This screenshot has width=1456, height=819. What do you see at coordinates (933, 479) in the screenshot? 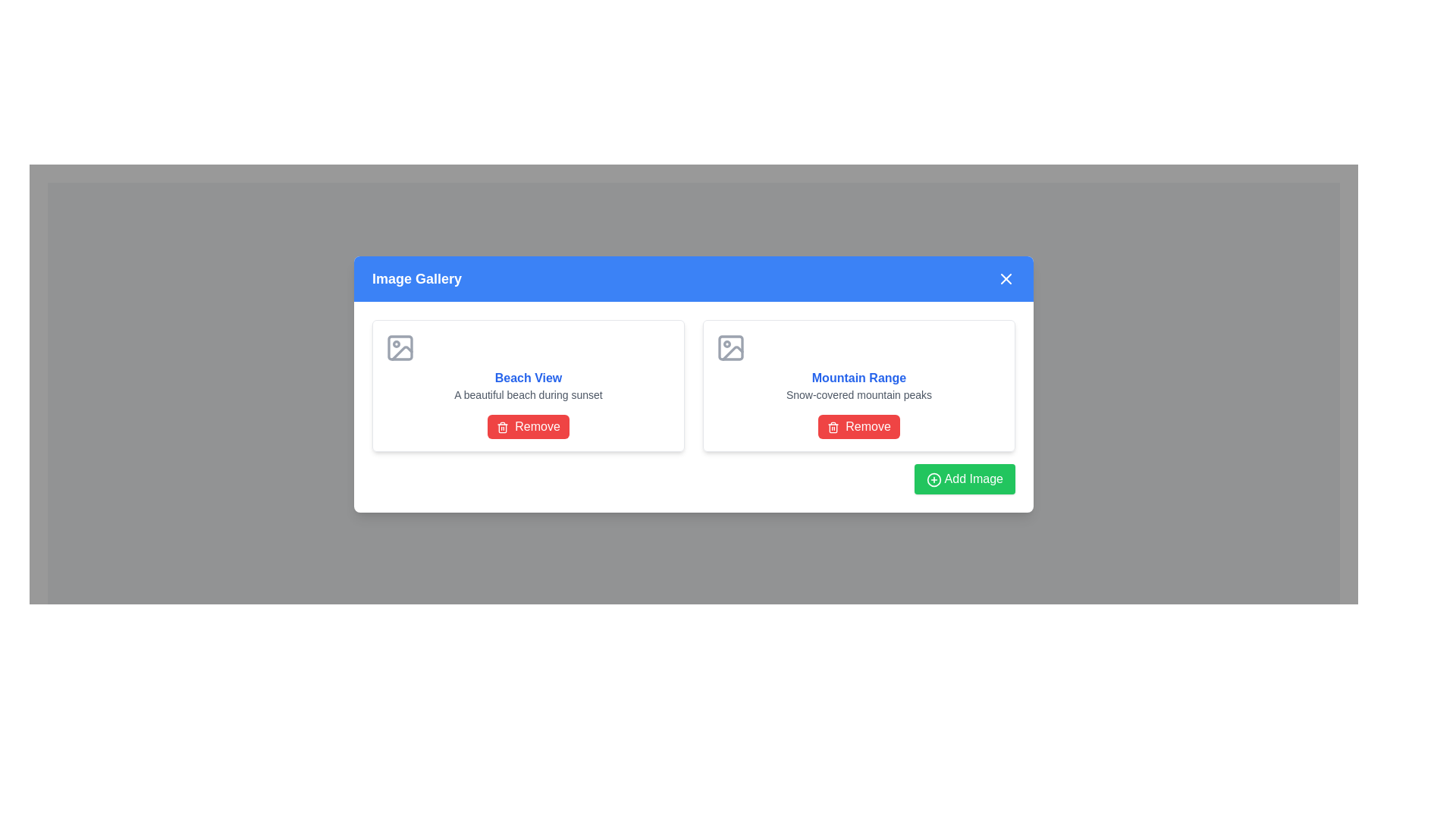
I see `the circular 'add' icon located to the left of the 'Add Image' button text within the green button at the bottom right of the modal` at bounding box center [933, 479].